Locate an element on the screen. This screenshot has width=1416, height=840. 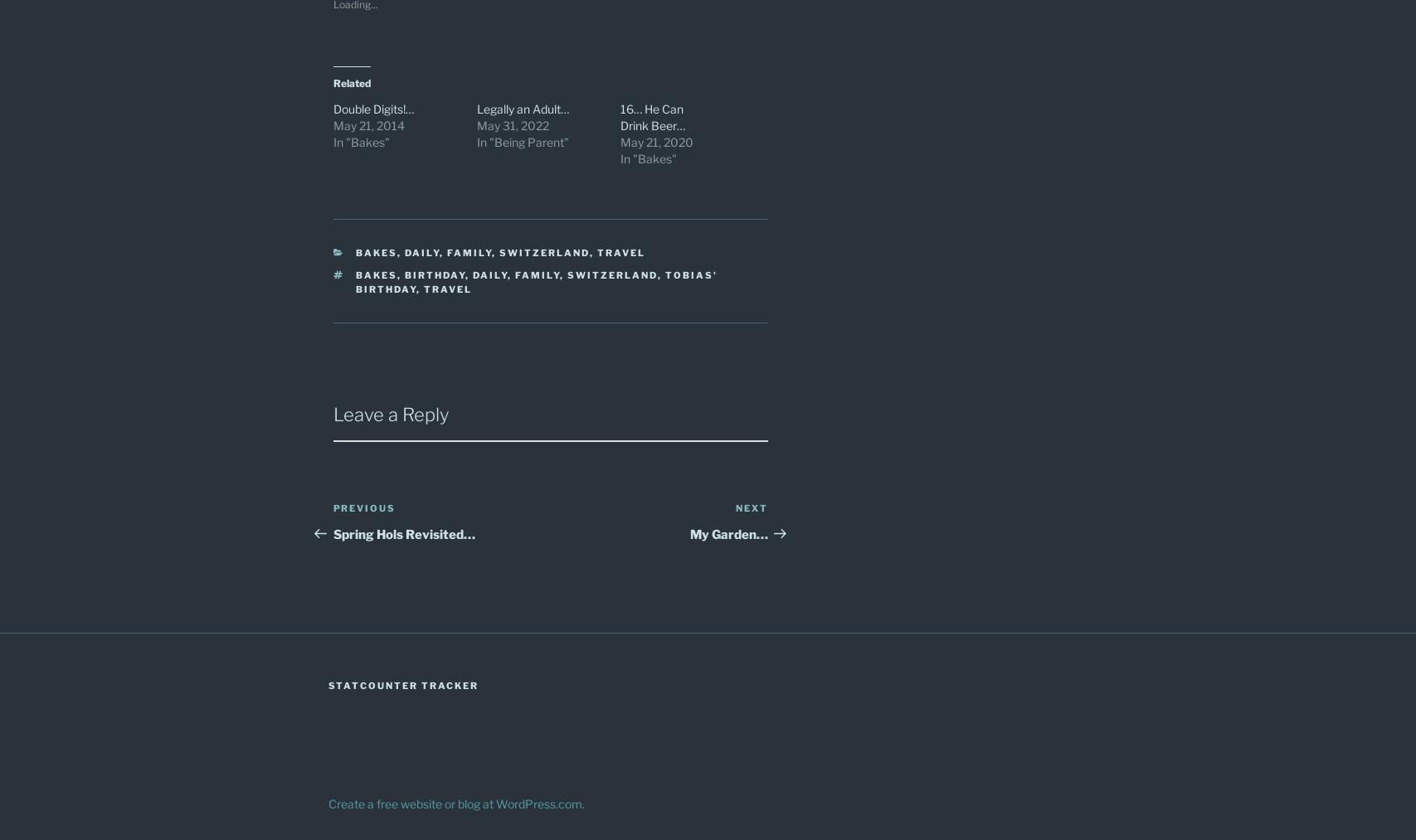
'Related' is located at coordinates (351, 81).